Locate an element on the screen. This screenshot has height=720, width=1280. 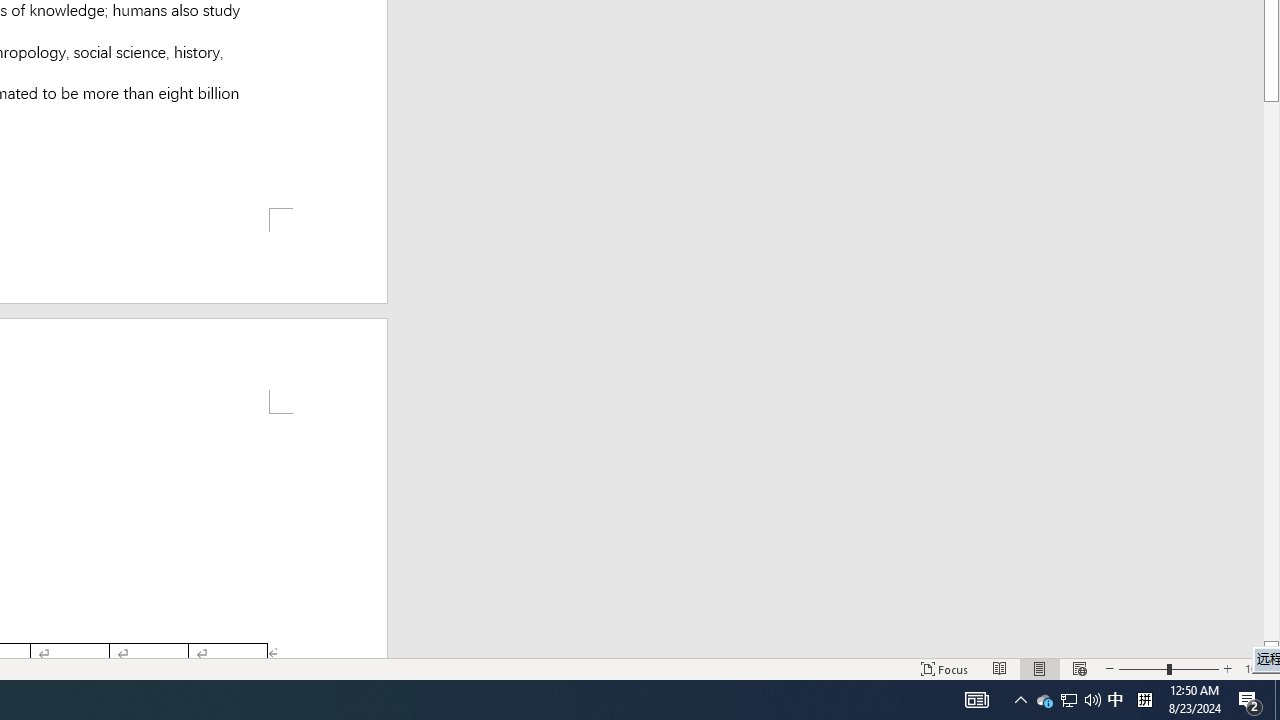
'Zoom 100%' is located at coordinates (1257, 669).